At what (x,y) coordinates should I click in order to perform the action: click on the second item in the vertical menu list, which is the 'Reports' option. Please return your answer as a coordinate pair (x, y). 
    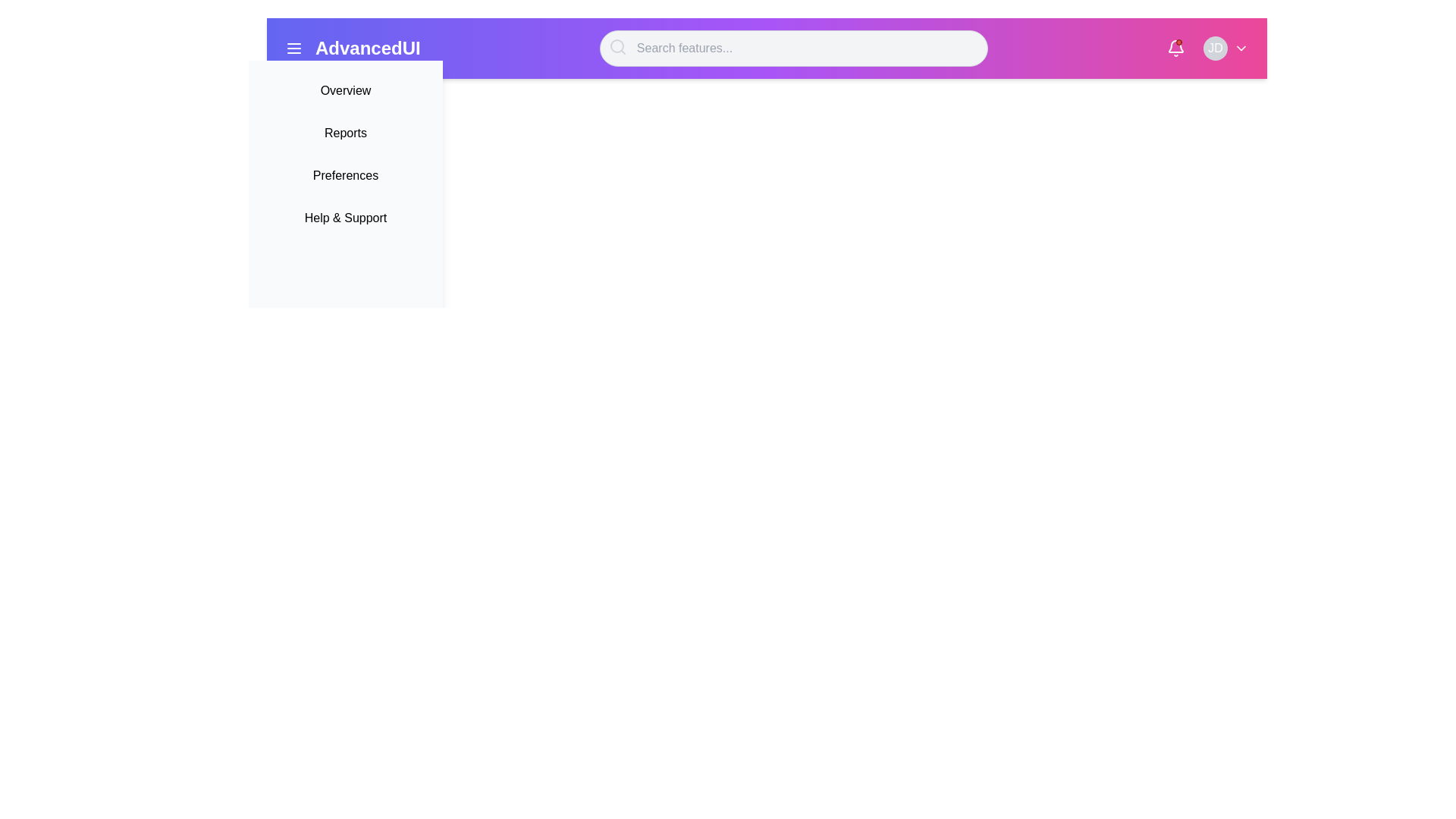
    Looking at the image, I should click on (345, 133).